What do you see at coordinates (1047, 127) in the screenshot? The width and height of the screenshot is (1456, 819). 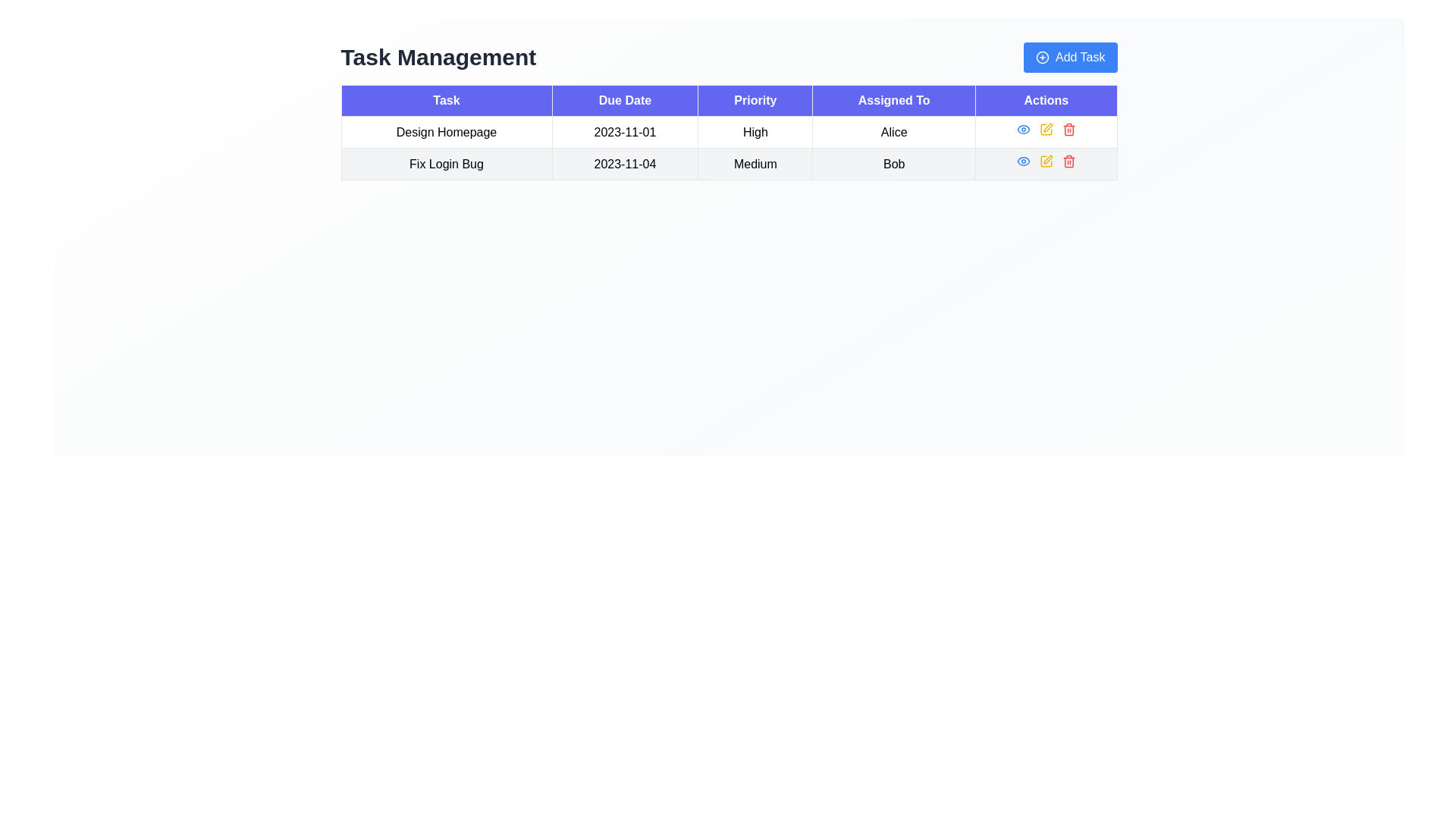 I see `the vector graphics icon, which is a stylized pen icon located` at bounding box center [1047, 127].